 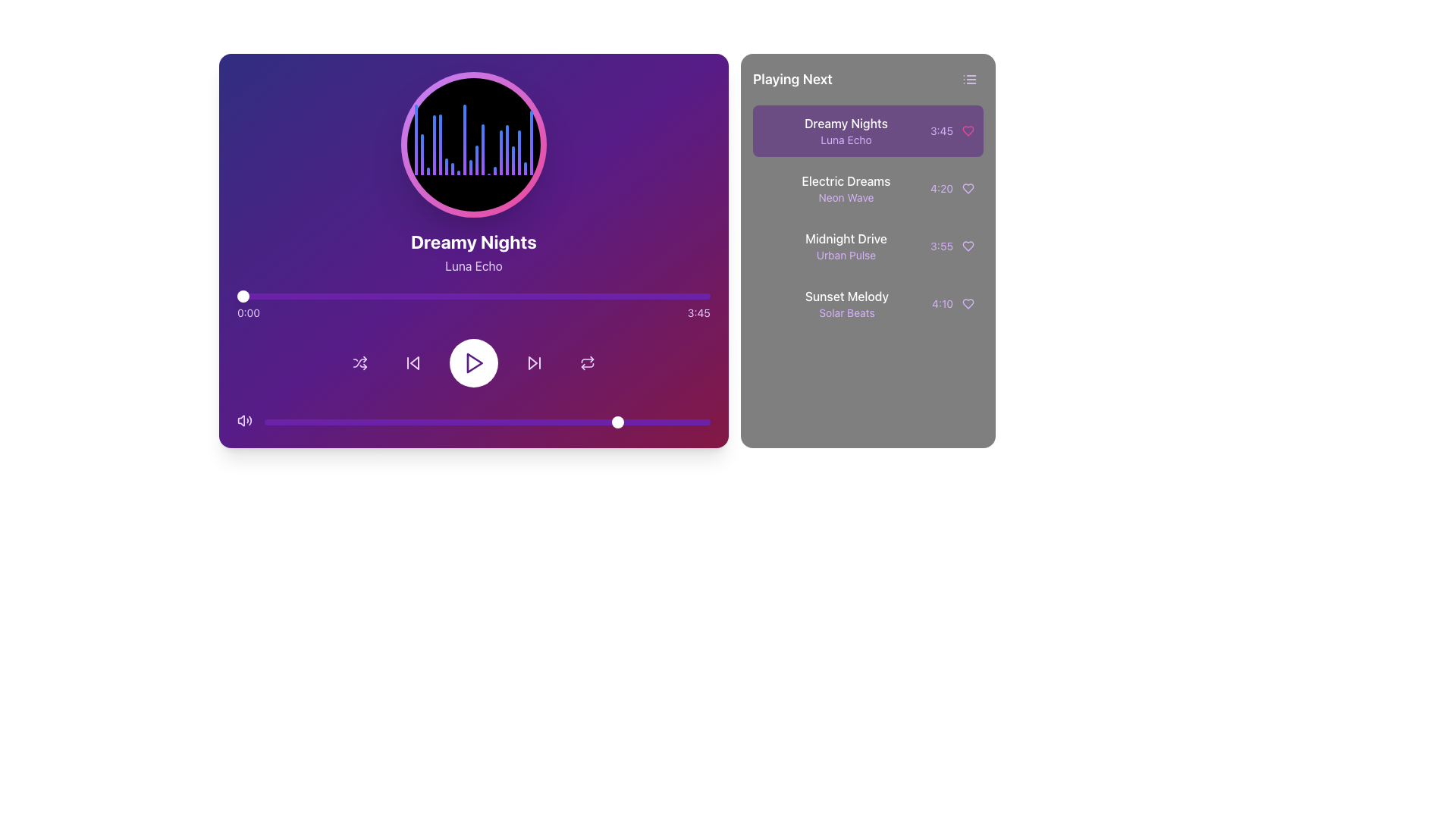 I want to click on slider value, so click(x=268, y=422).